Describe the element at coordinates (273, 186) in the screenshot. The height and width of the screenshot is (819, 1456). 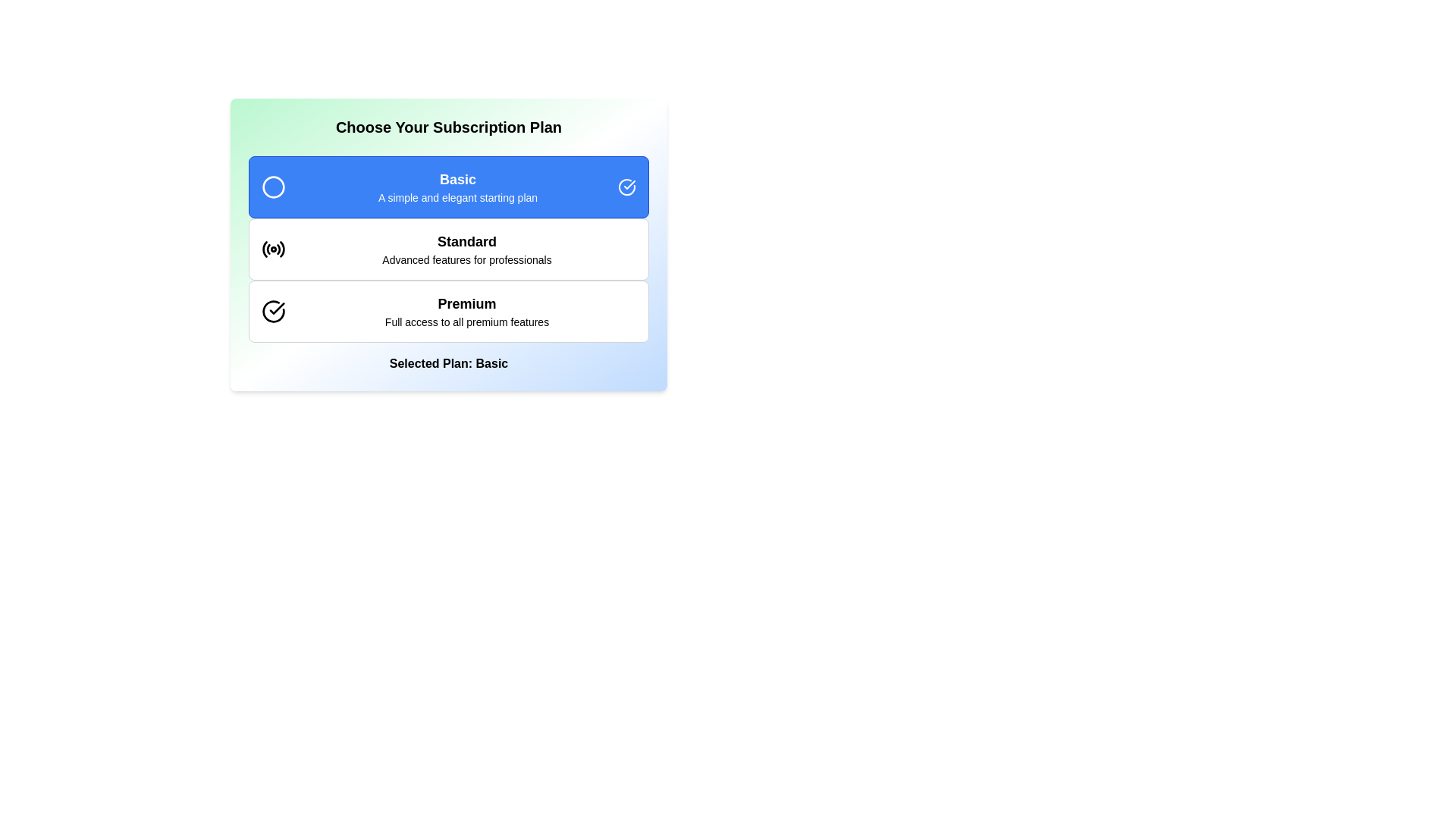
I see `the circular icon that serves as a visual identifier for the 'Basic' subscription plan button, which is positioned at the top of the subscription options list` at that location.